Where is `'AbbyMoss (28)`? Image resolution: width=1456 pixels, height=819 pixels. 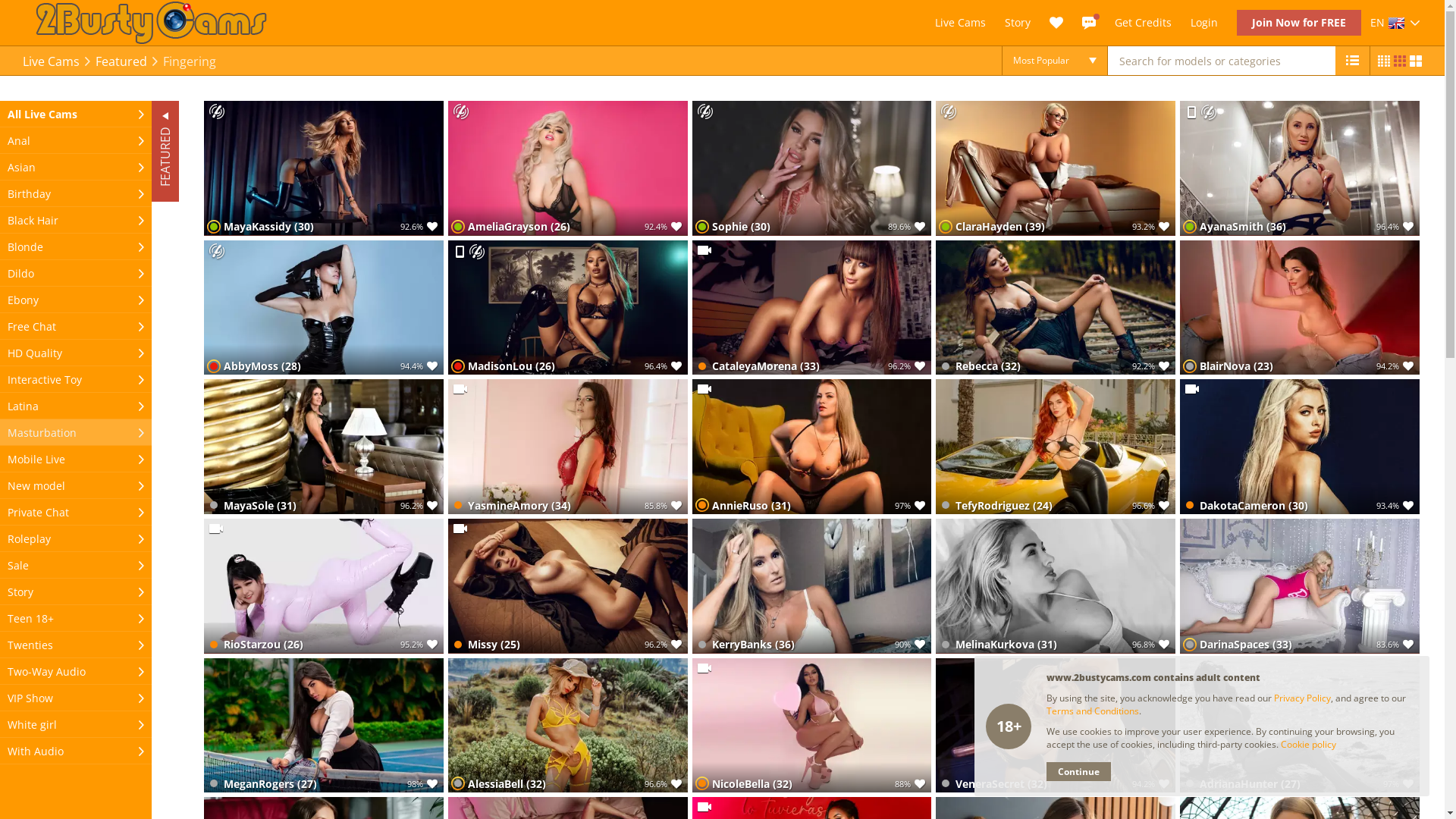
'AbbyMoss (28) is located at coordinates (323, 307).